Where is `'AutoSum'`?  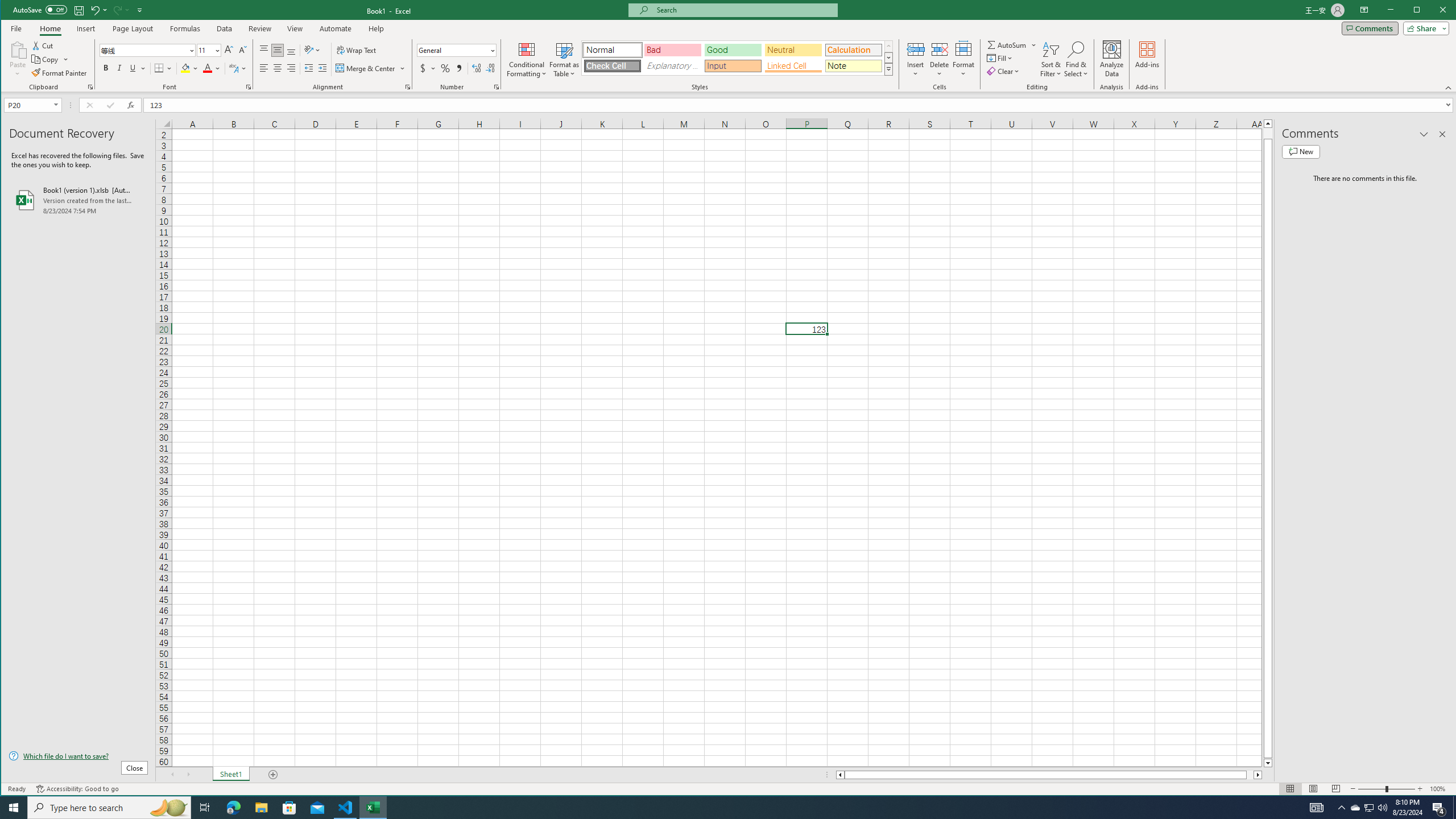 'AutoSum' is located at coordinates (1012, 44).